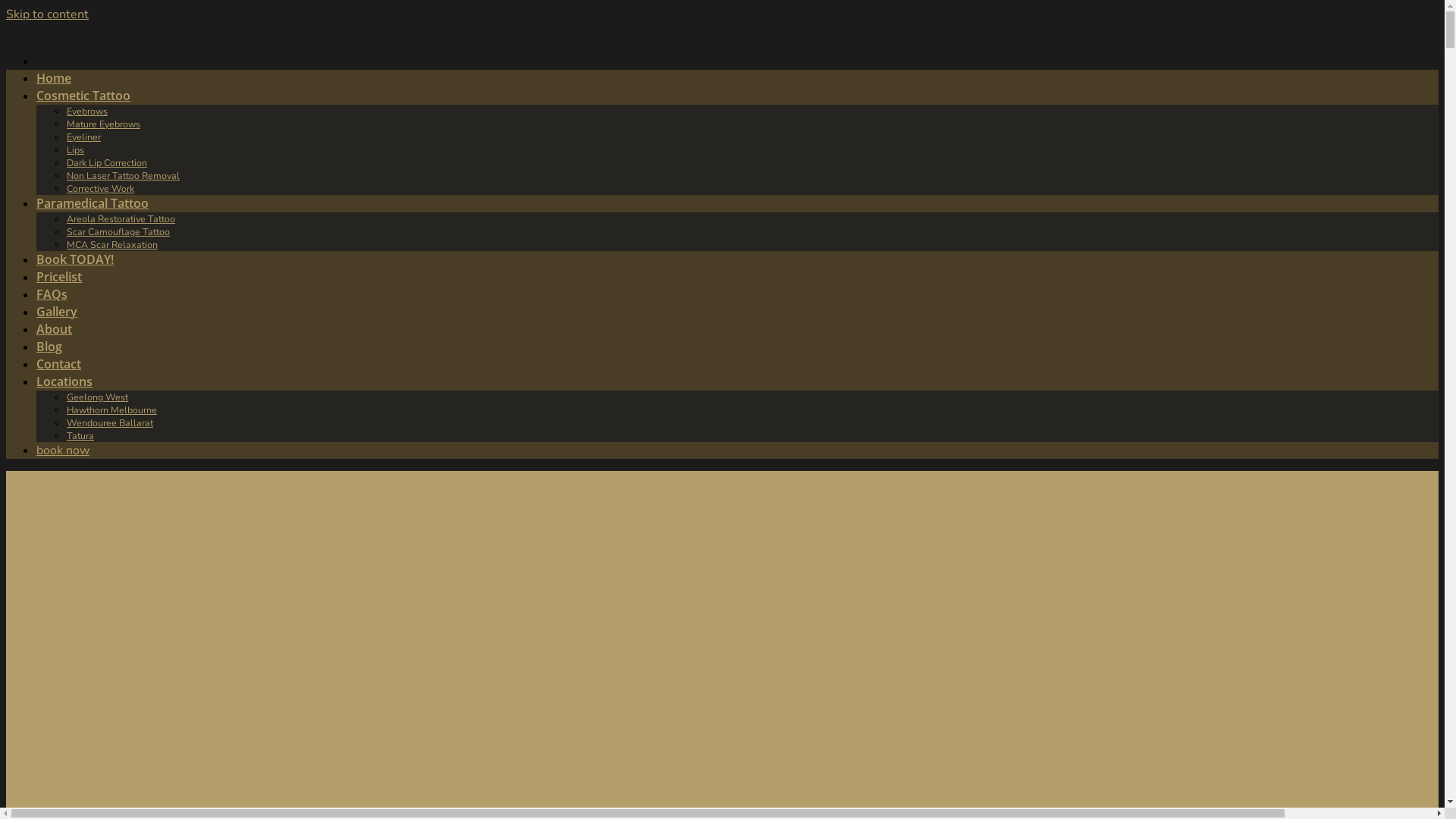  Describe the element at coordinates (118, 231) in the screenshot. I see `'Scar Camouflage Tattoo'` at that location.